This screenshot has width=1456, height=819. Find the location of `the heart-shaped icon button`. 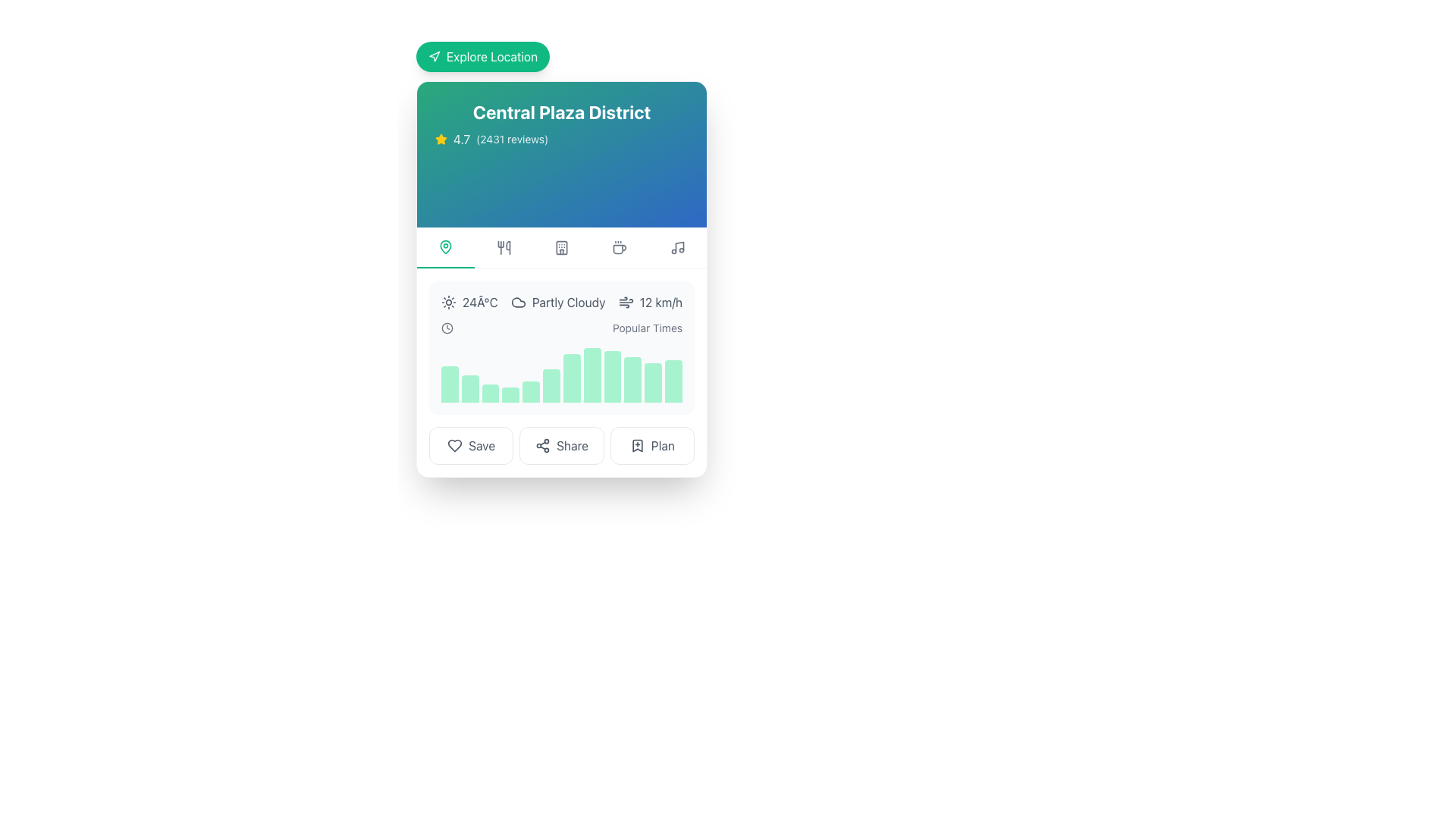

the heart-shaped icon button is located at coordinates (454, 444).